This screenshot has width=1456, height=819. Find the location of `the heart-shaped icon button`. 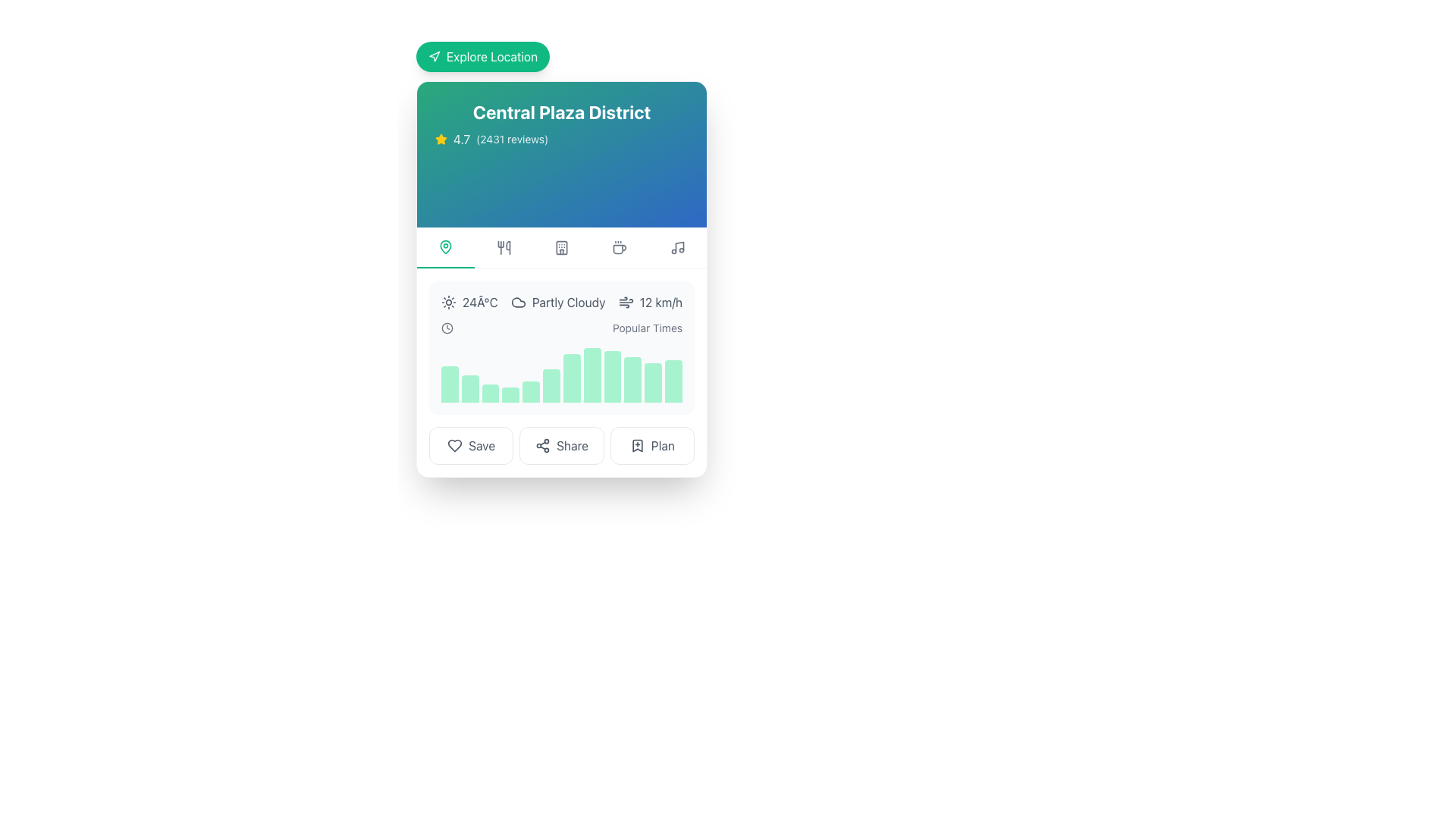

the heart-shaped icon button is located at coordinates (454, 444).